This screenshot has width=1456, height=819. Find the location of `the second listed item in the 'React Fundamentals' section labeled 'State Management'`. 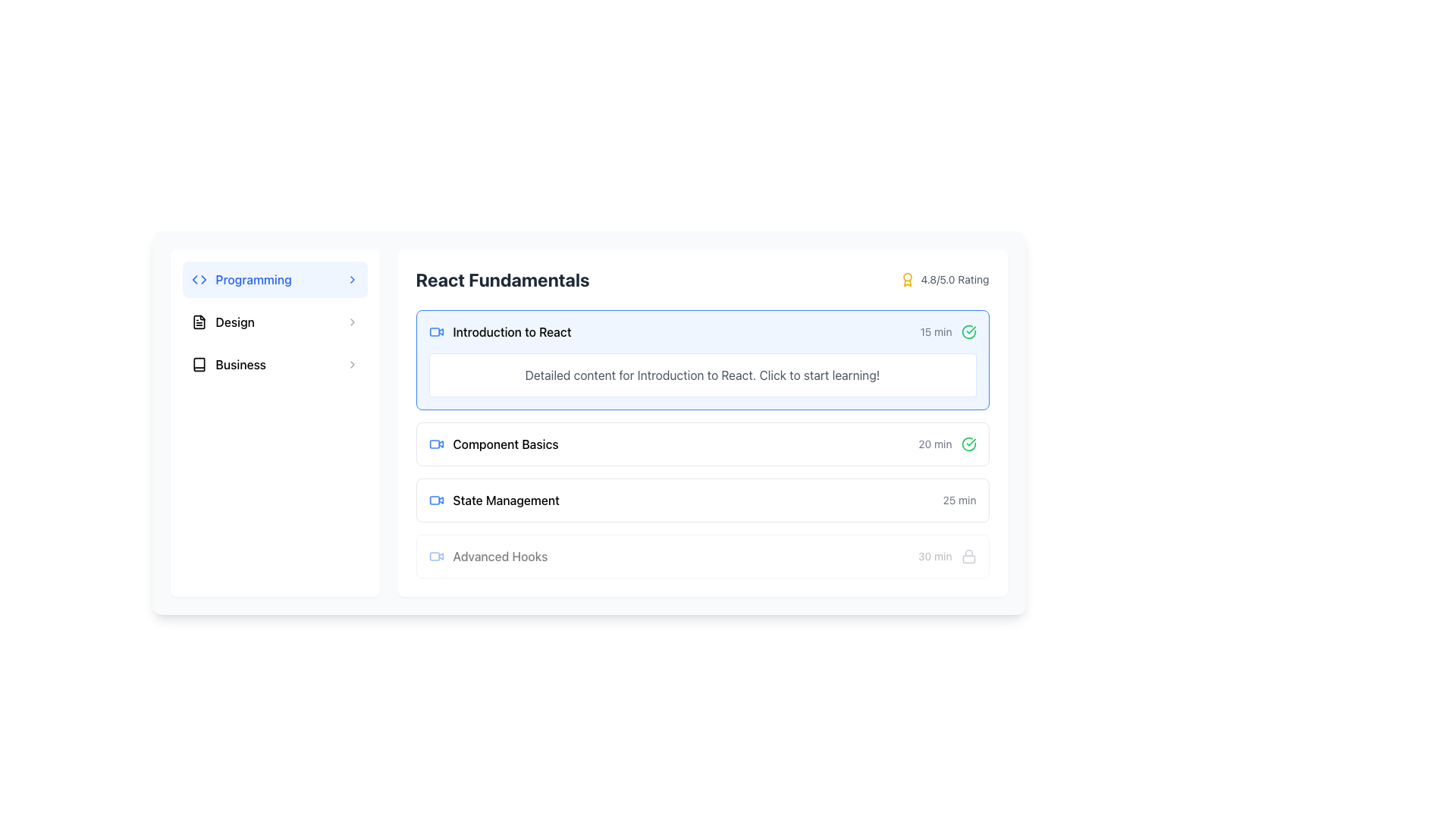

the second listed item in the 'React Fundamentals' section labeled 'State Management' is located at coordinates (701, 500).